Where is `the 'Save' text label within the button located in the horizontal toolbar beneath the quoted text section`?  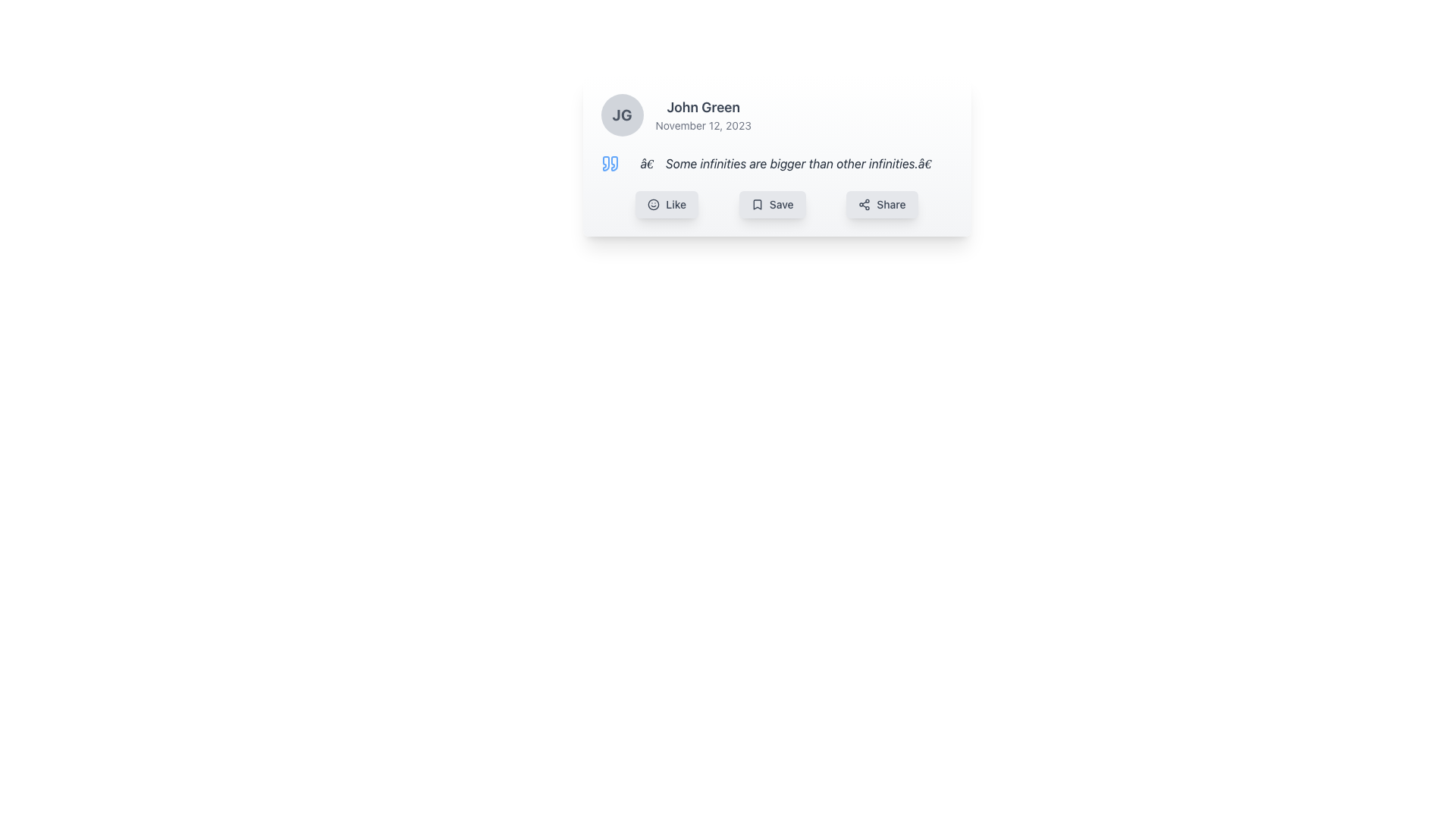 the 'Save' text label within the button located in the horizontal toolbar beneath the quoted text section is located at coordinates (781, 205).